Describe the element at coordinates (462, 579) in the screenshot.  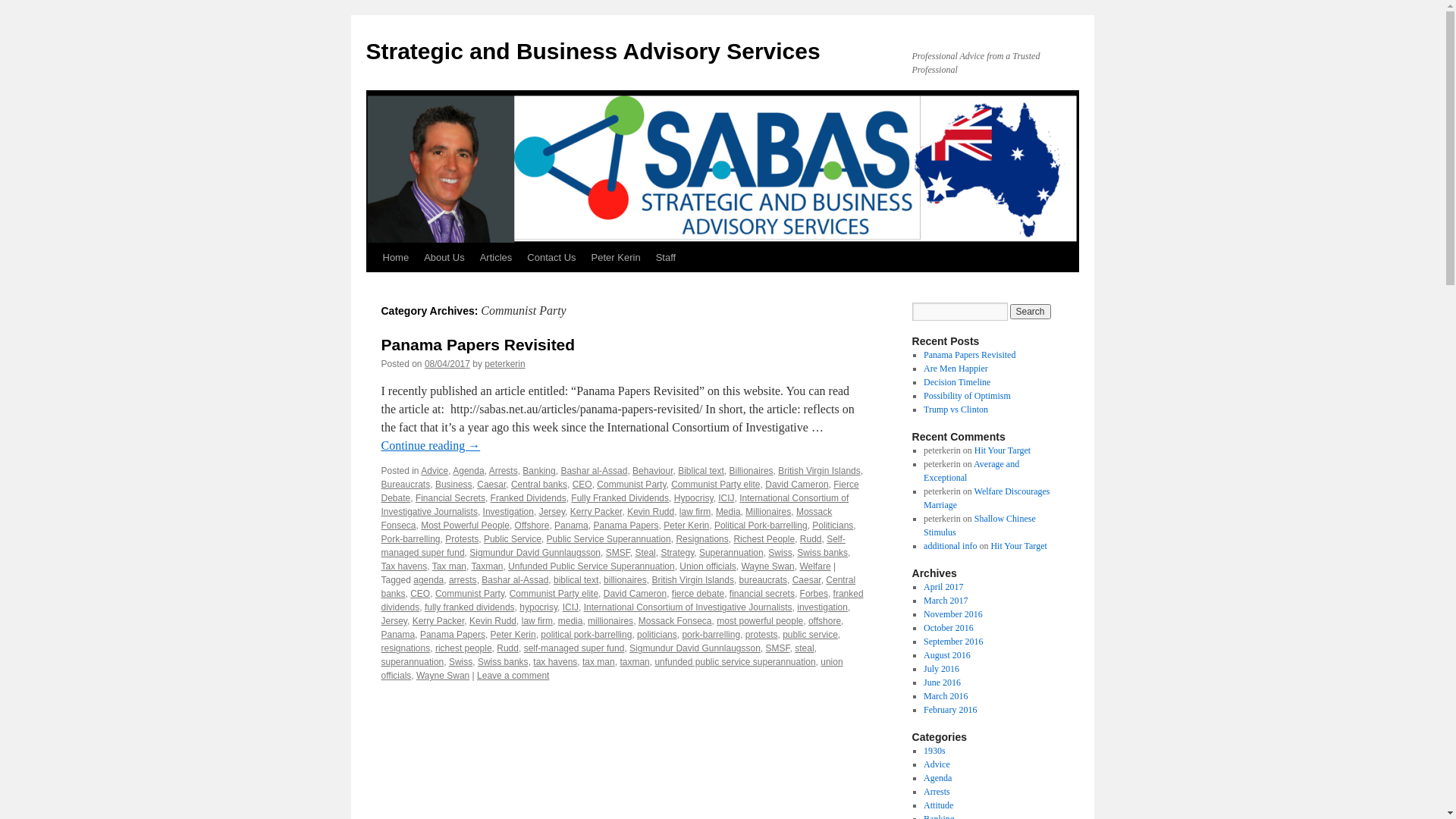
I see `'arrests'` at that location.